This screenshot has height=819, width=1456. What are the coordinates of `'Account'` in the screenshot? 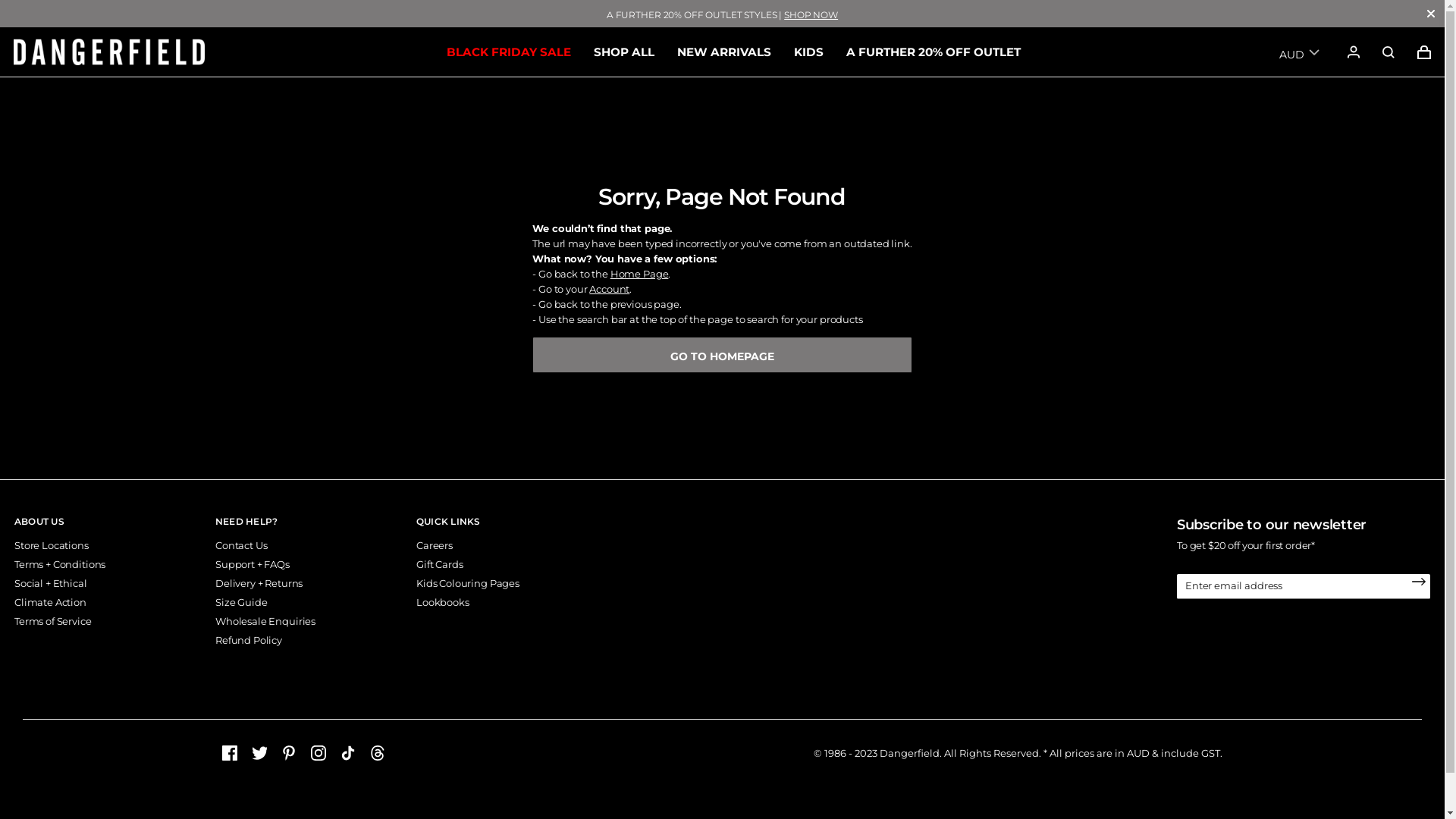 It's located at (588, 289).